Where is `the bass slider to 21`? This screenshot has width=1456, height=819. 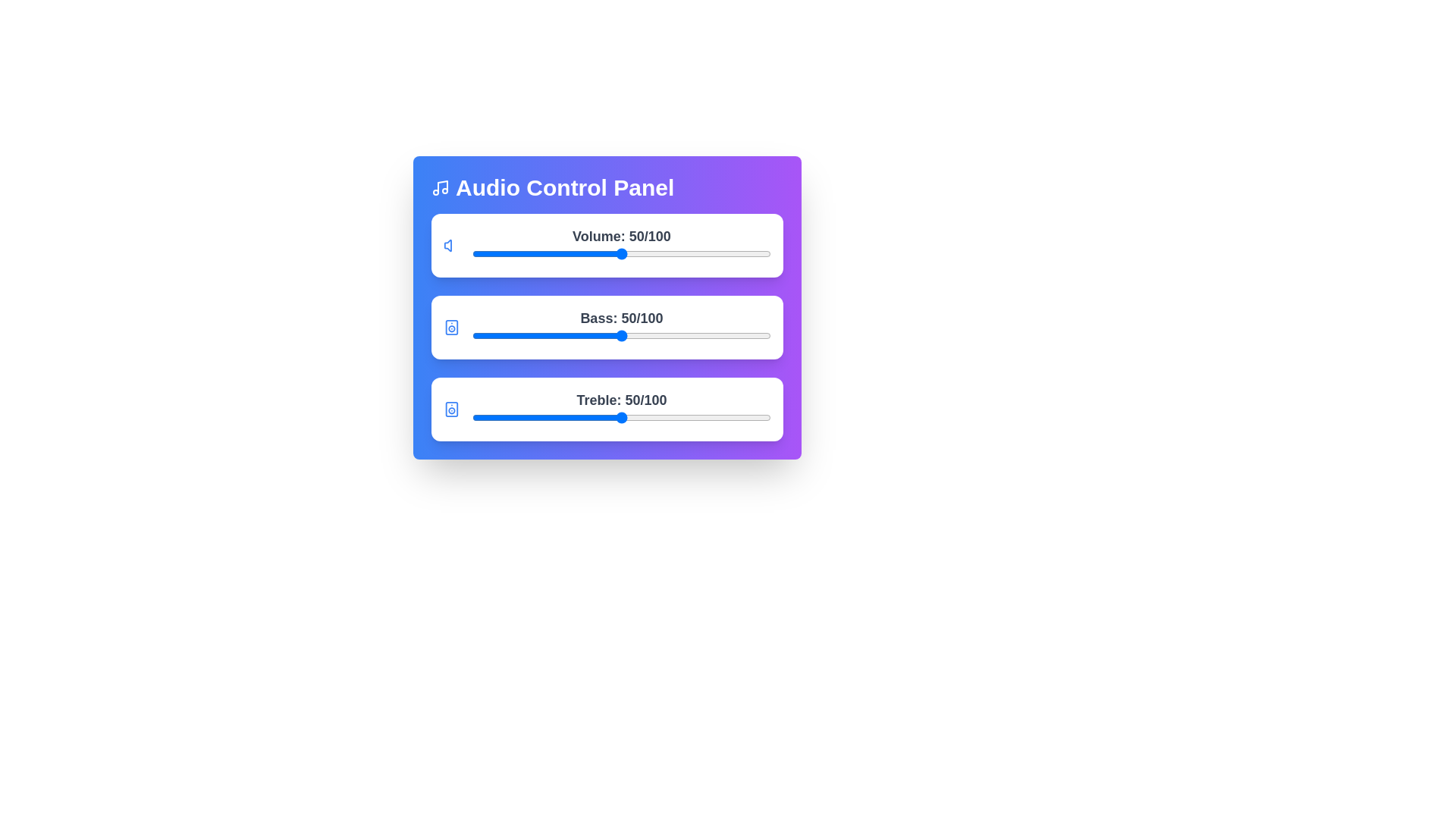 the bass slider to 21 is located at coordinates (535, 335).